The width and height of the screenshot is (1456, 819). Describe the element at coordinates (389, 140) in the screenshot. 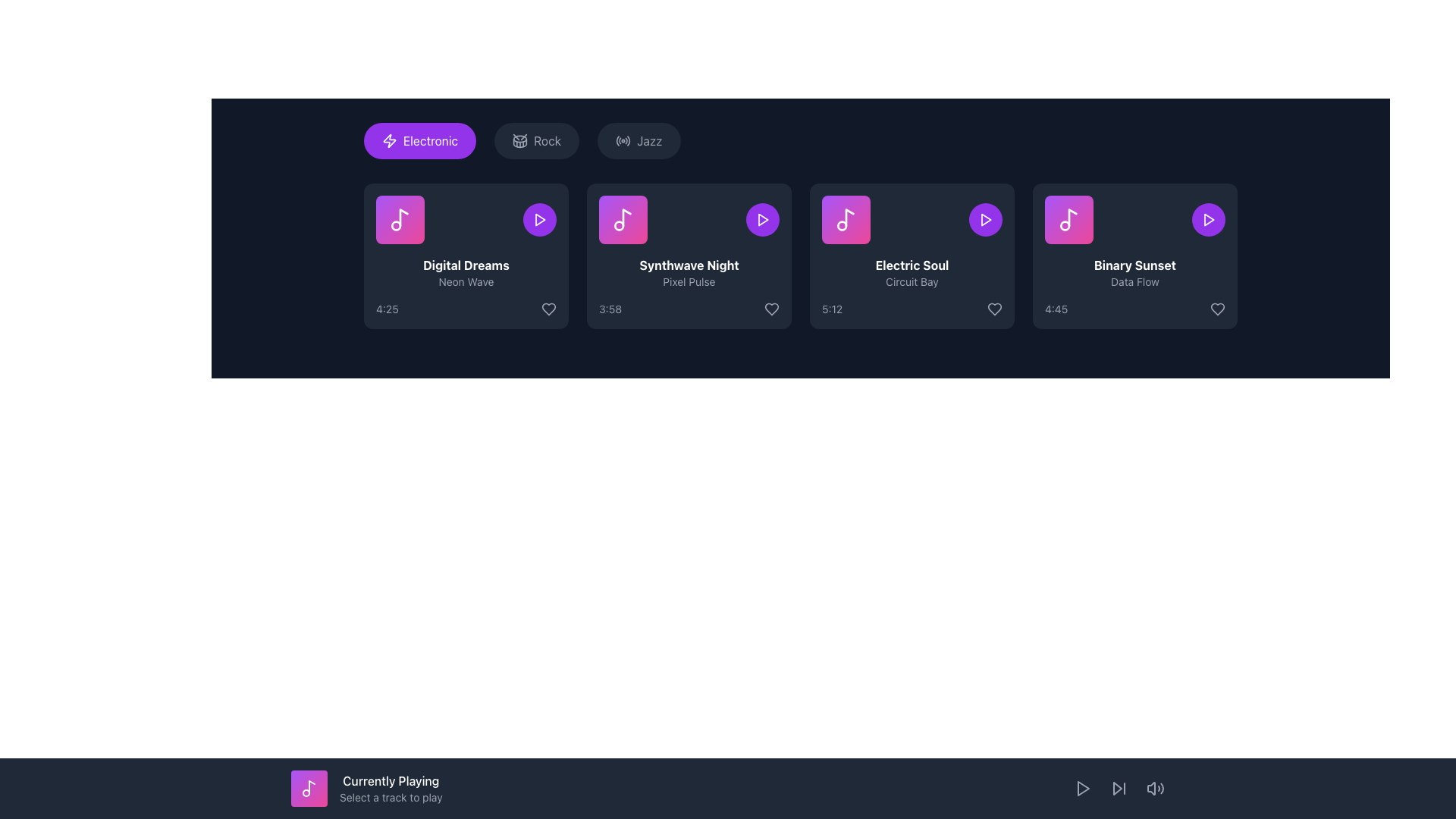

I see `the lightning bolt shaped icon located within the 'Electronic' tag at the top-left region of the interface` at that location.